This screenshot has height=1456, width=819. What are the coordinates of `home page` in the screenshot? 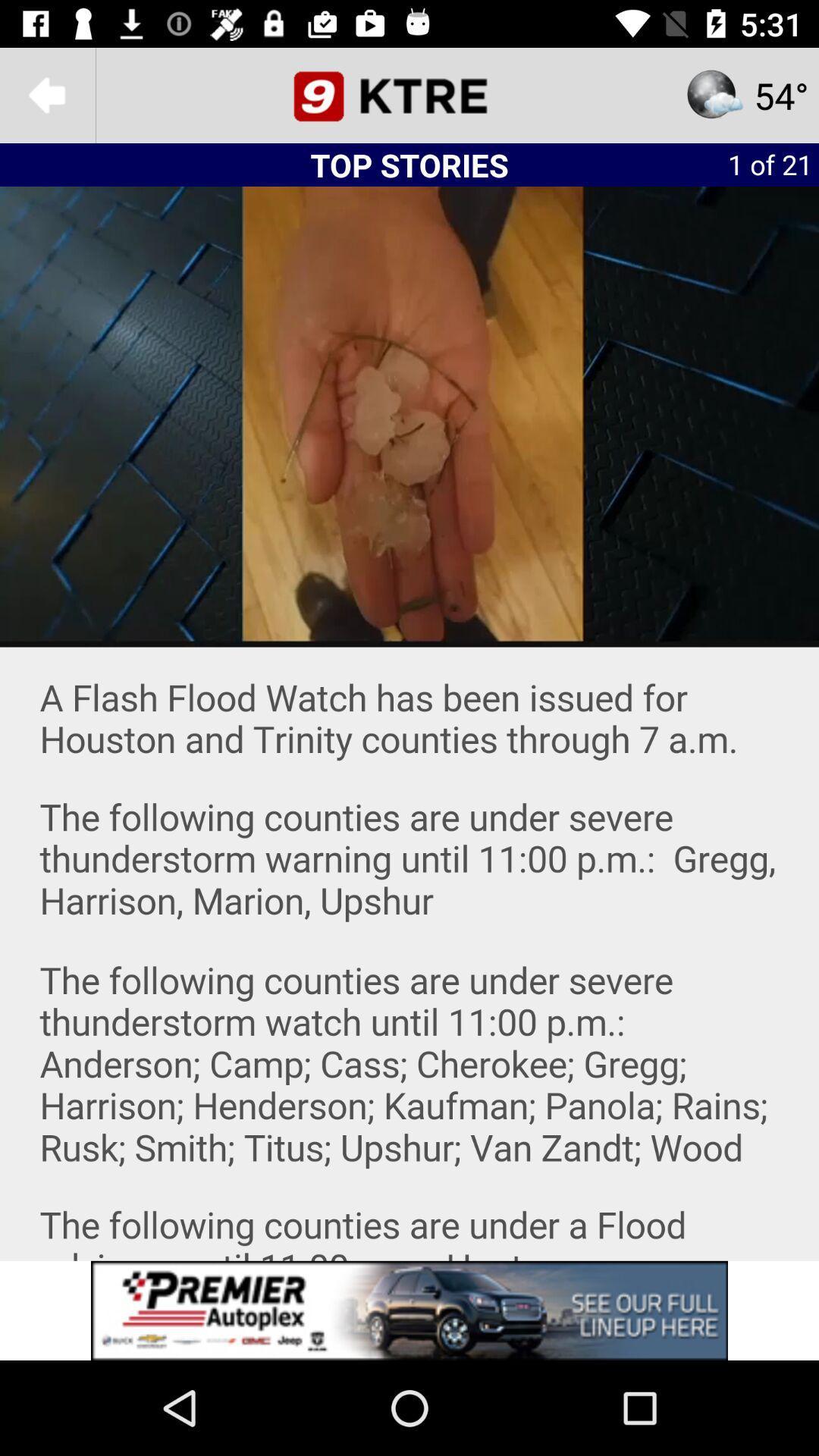 It's located at (409, 94).